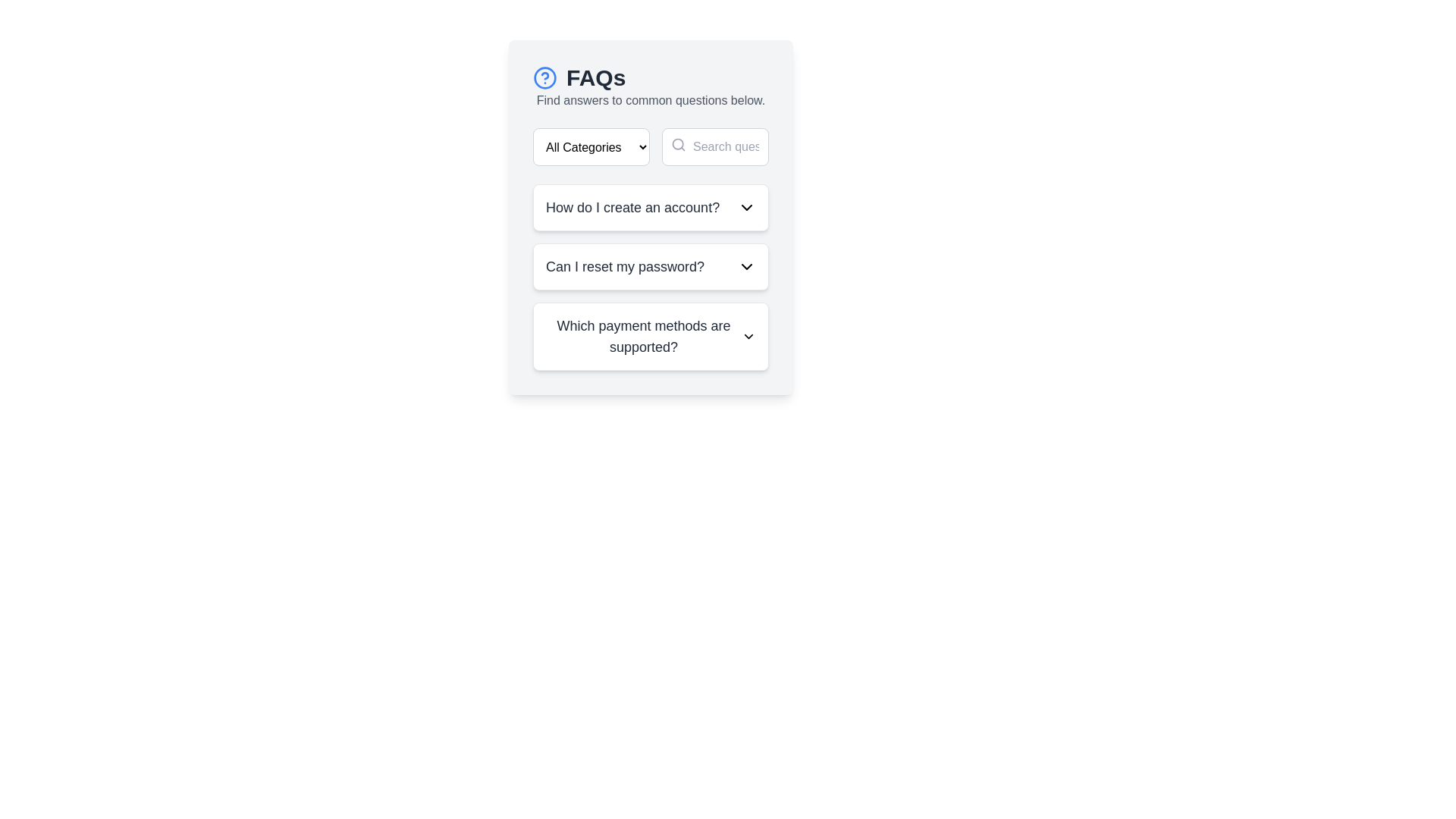 Image resolution: width=1456 pixels, height=819 pixels. Describe the element at coordinates (651, 335) in the screenshot. I see `the interactive text 'Which payment methods are supported?'` at that location.